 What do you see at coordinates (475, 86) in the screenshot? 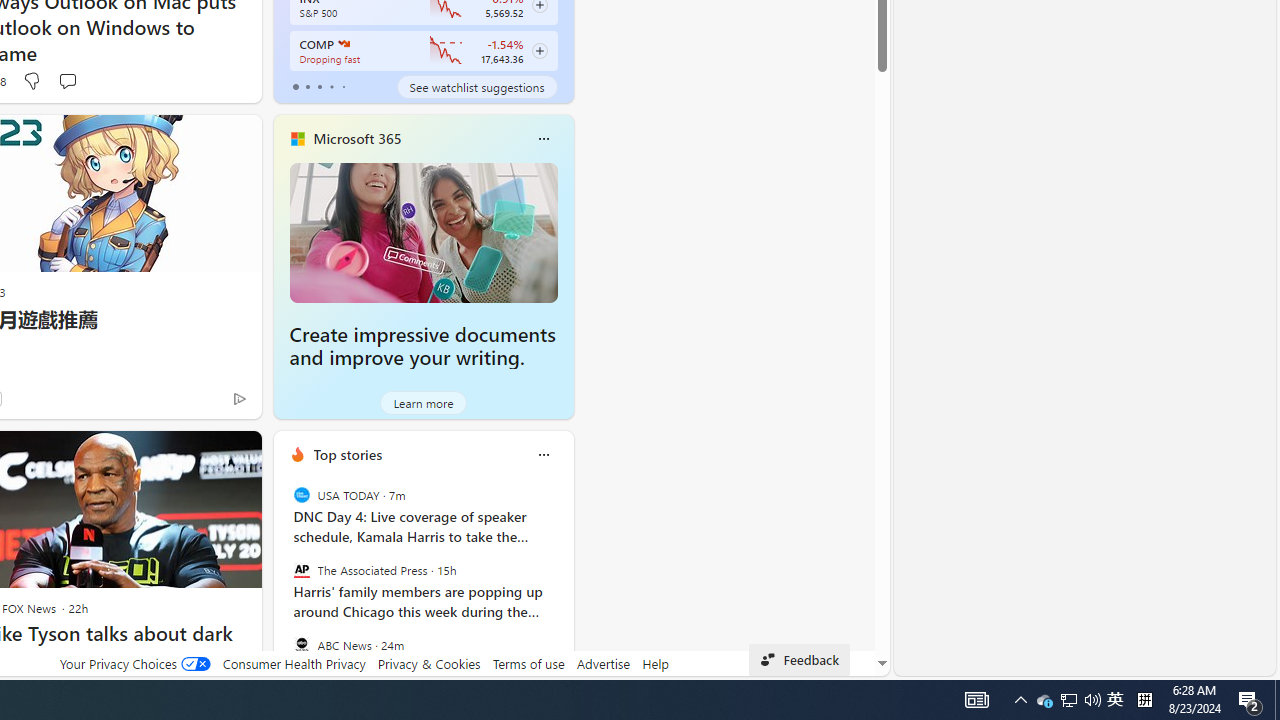
I see `'See watchlist suggestions'` at bounding box center [475, 86].